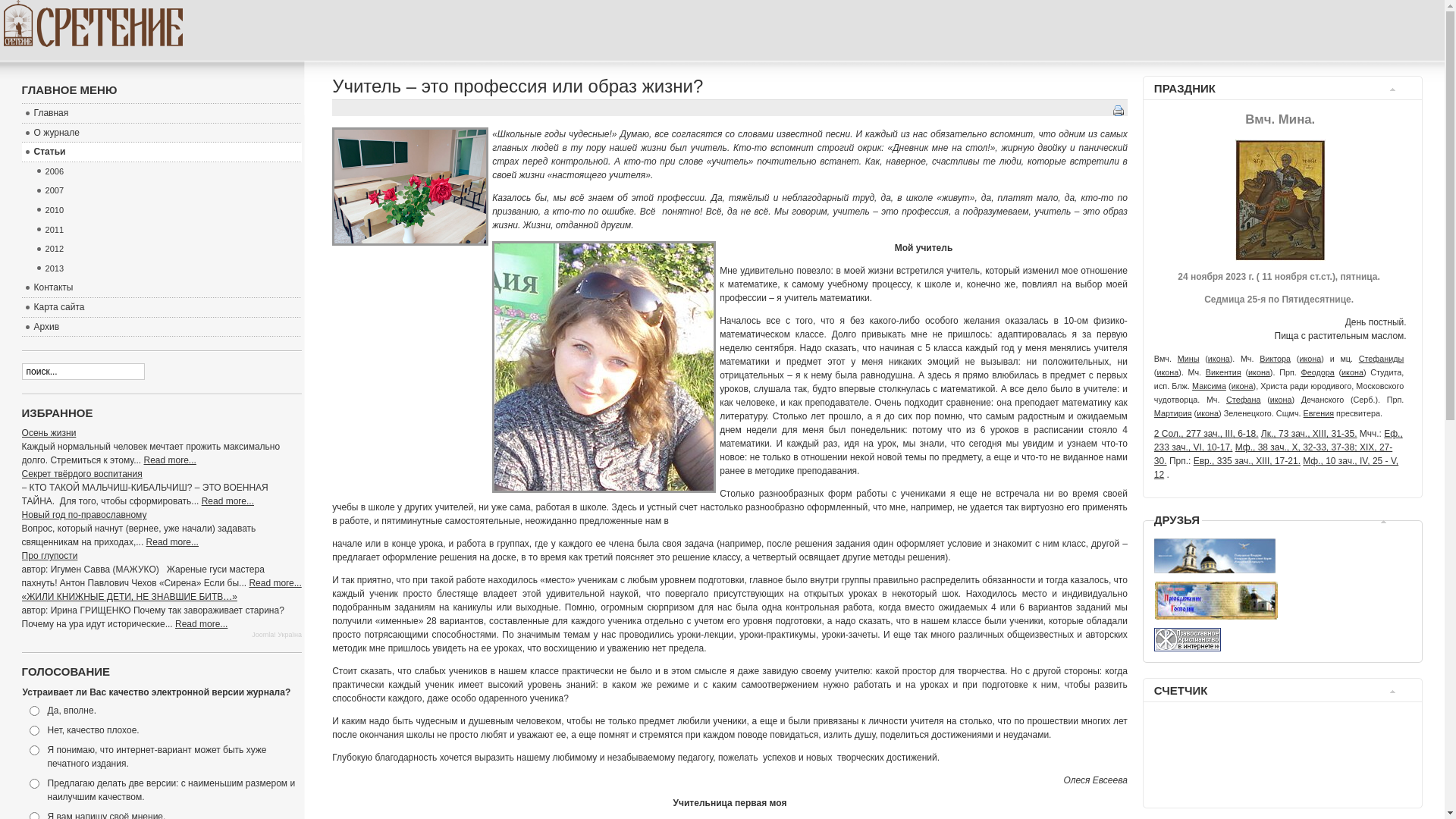 The width and height of the screenshot is (1456, 819). Describe the element at coordinates (275, 582) in the screenshot. I see `'Read more...'` at that location.